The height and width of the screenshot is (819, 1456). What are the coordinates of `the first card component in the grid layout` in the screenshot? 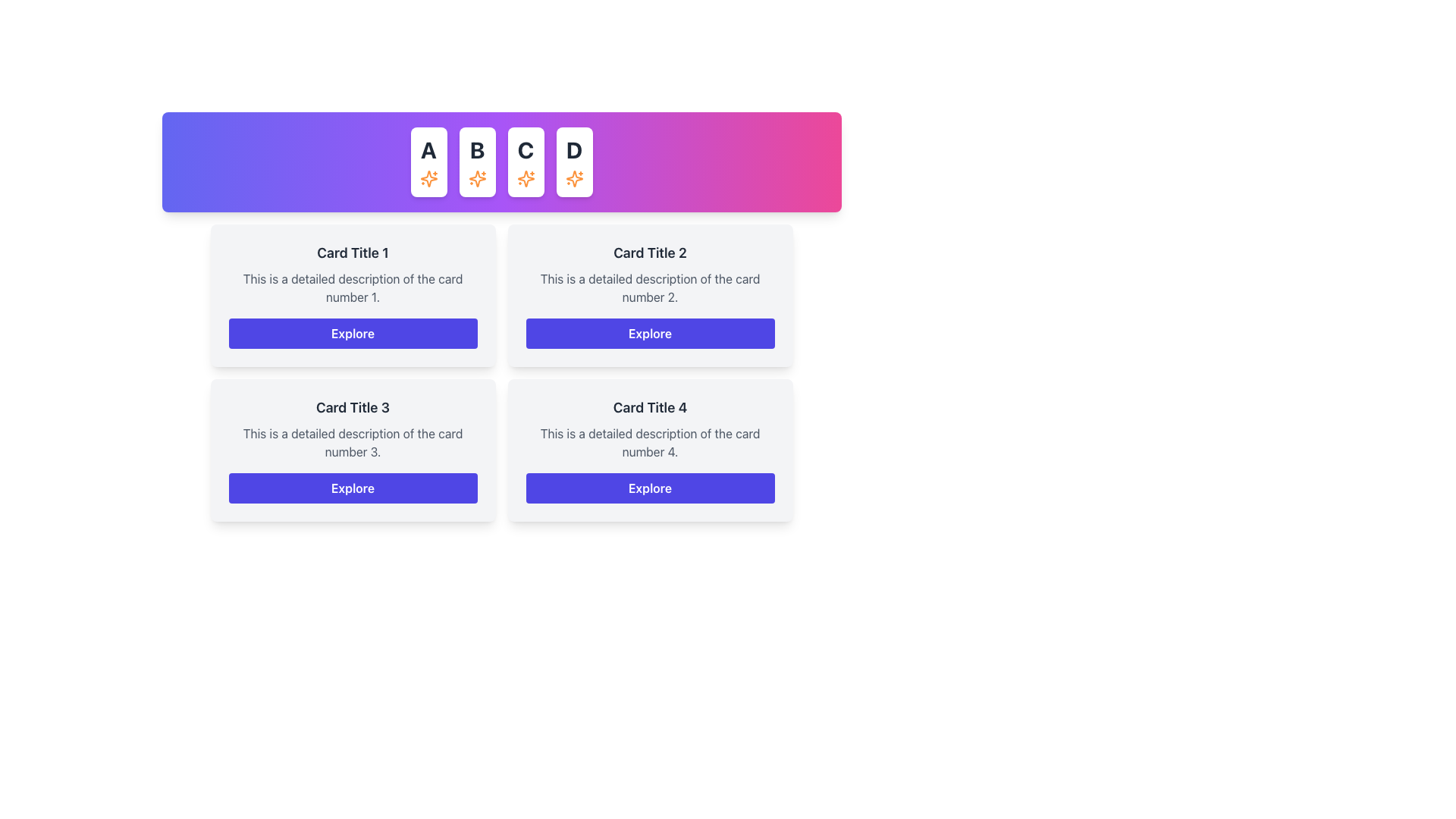 It's located at (352, 295).